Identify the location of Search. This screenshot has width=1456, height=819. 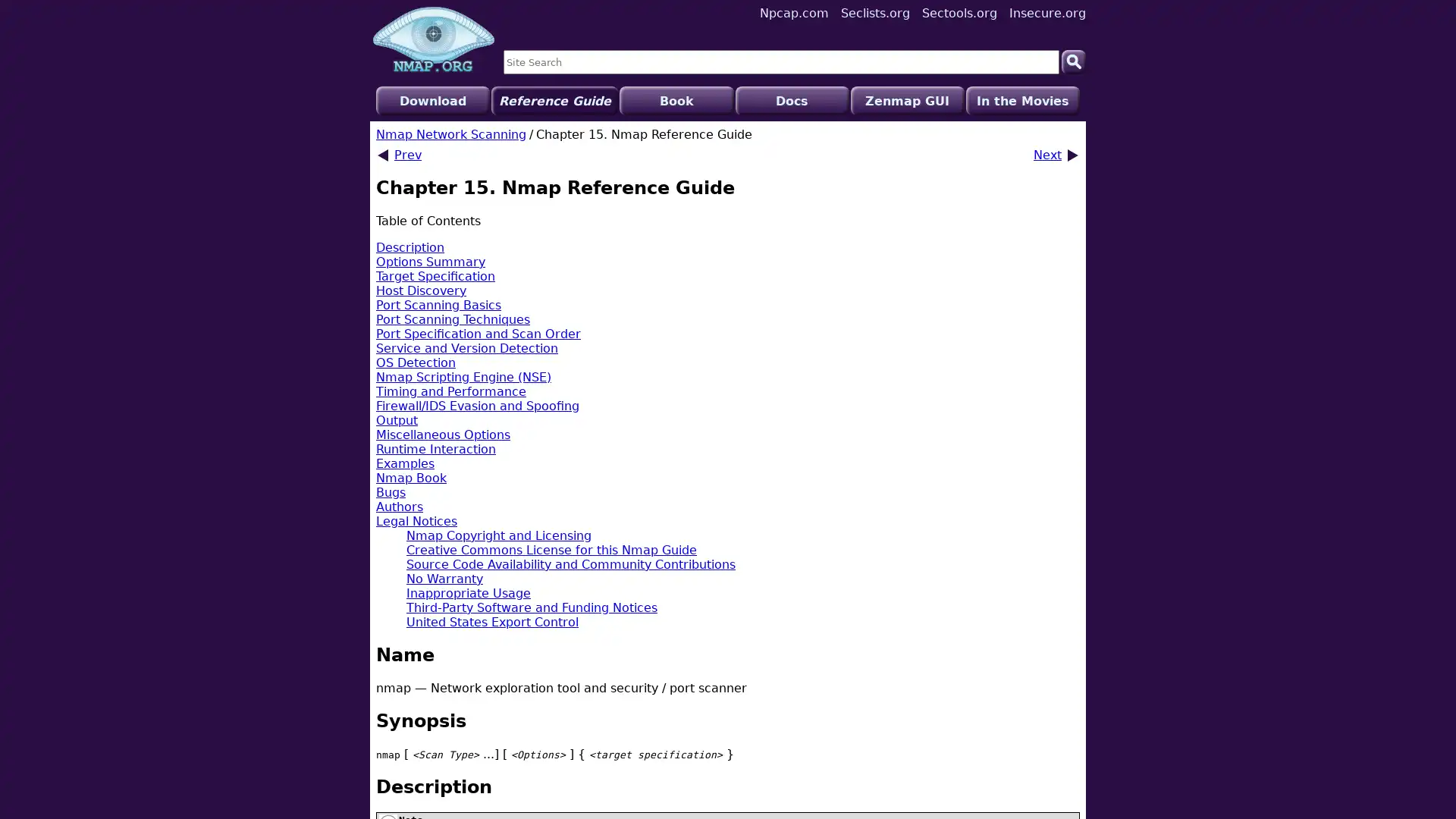
(1073, 61).